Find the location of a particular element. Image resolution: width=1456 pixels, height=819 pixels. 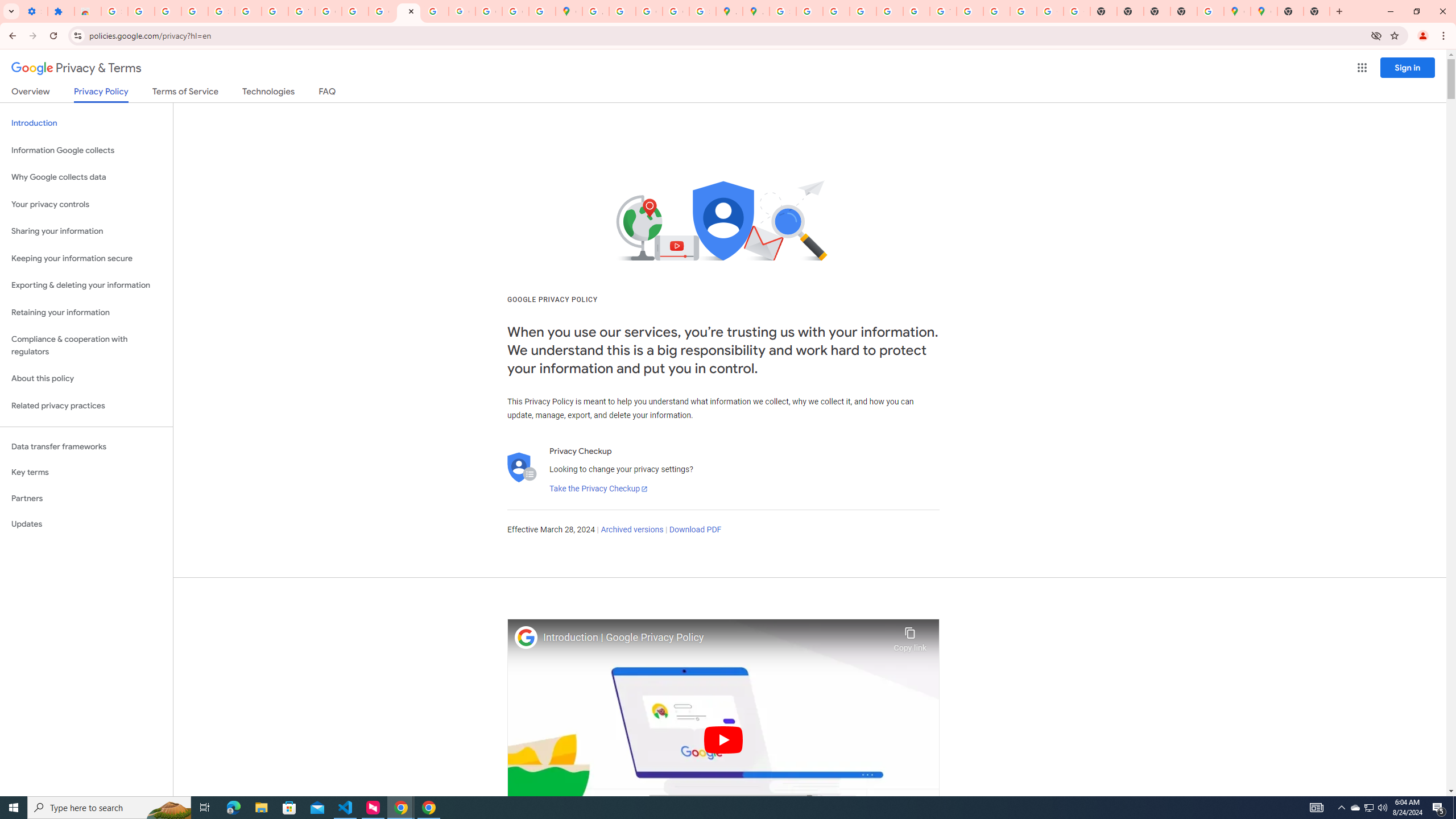

'Photo image of Google' is located at coordinates (526, 636).